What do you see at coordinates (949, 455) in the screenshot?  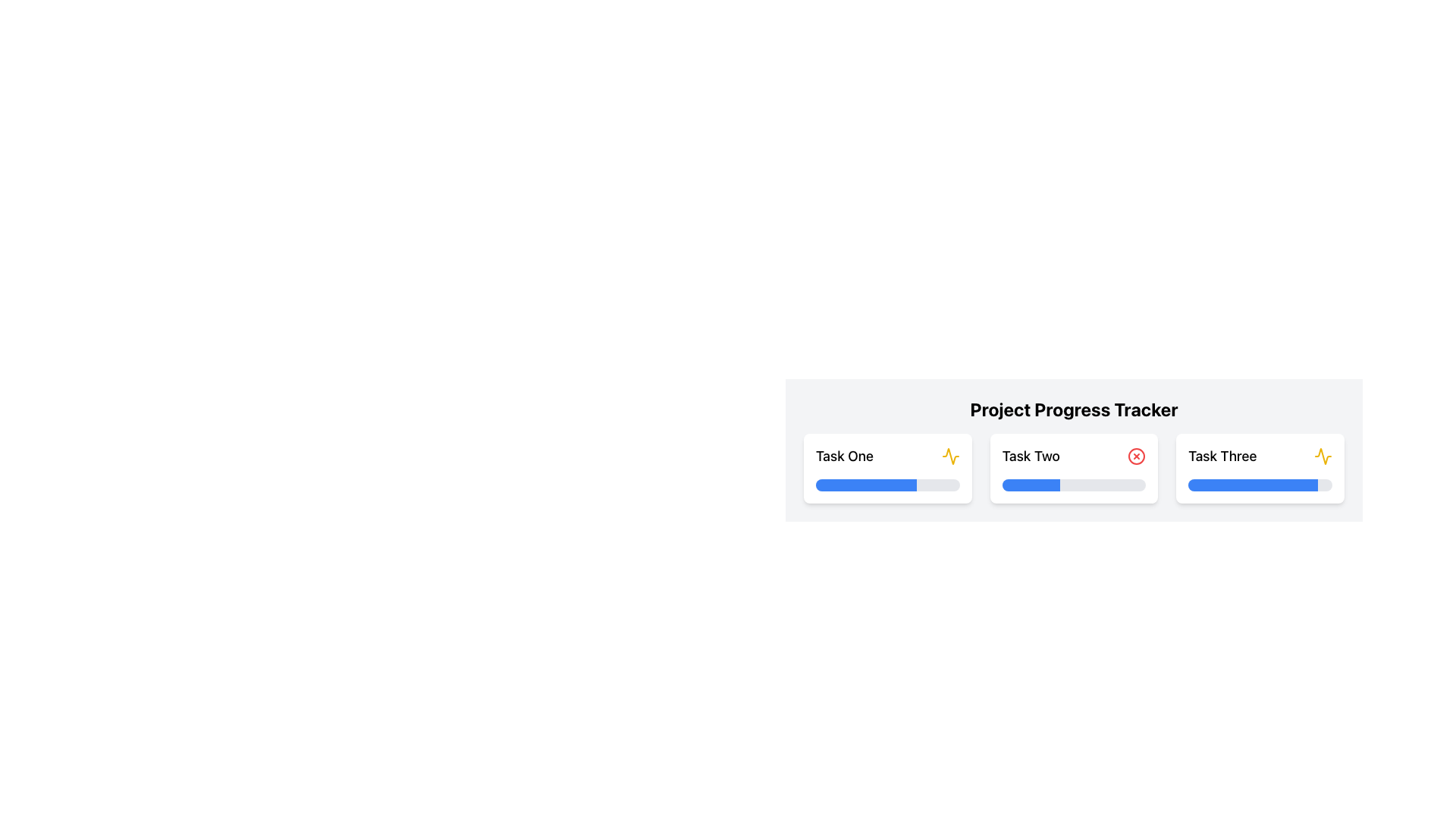 I see `the yellow SVG icon shaped like an activity monitor waveform, which is located to the right of the 'Task One' text` at bounding box center [949, 455].